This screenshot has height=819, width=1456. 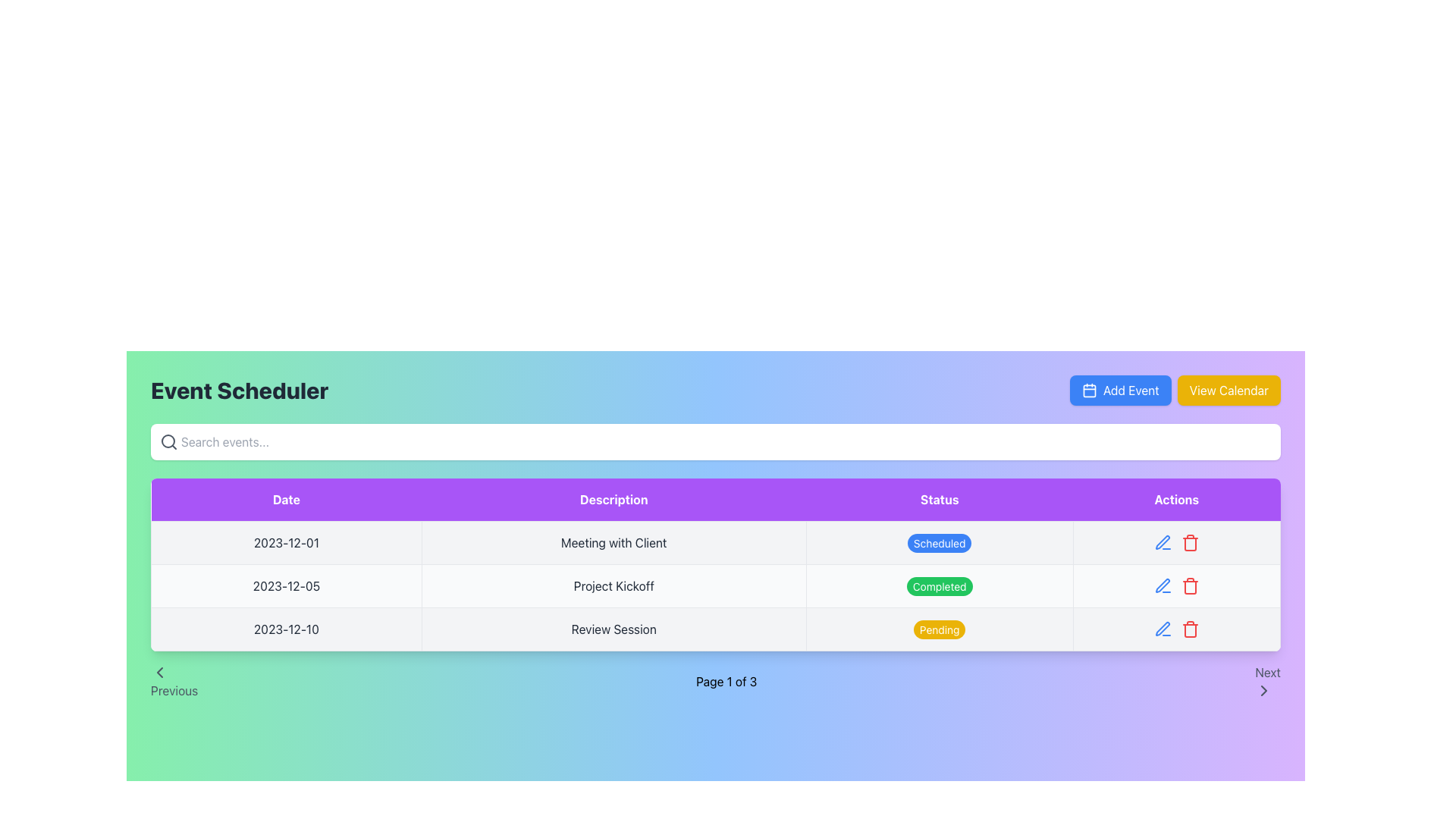 What do you see at coordinates (1162, 585) in the screenshot?
I see `the blue pen-shaped icon button in the 'Actions' column of the second row corresponding to 'Project Kickoff' to change its color` at bounding box center [1162, 585].